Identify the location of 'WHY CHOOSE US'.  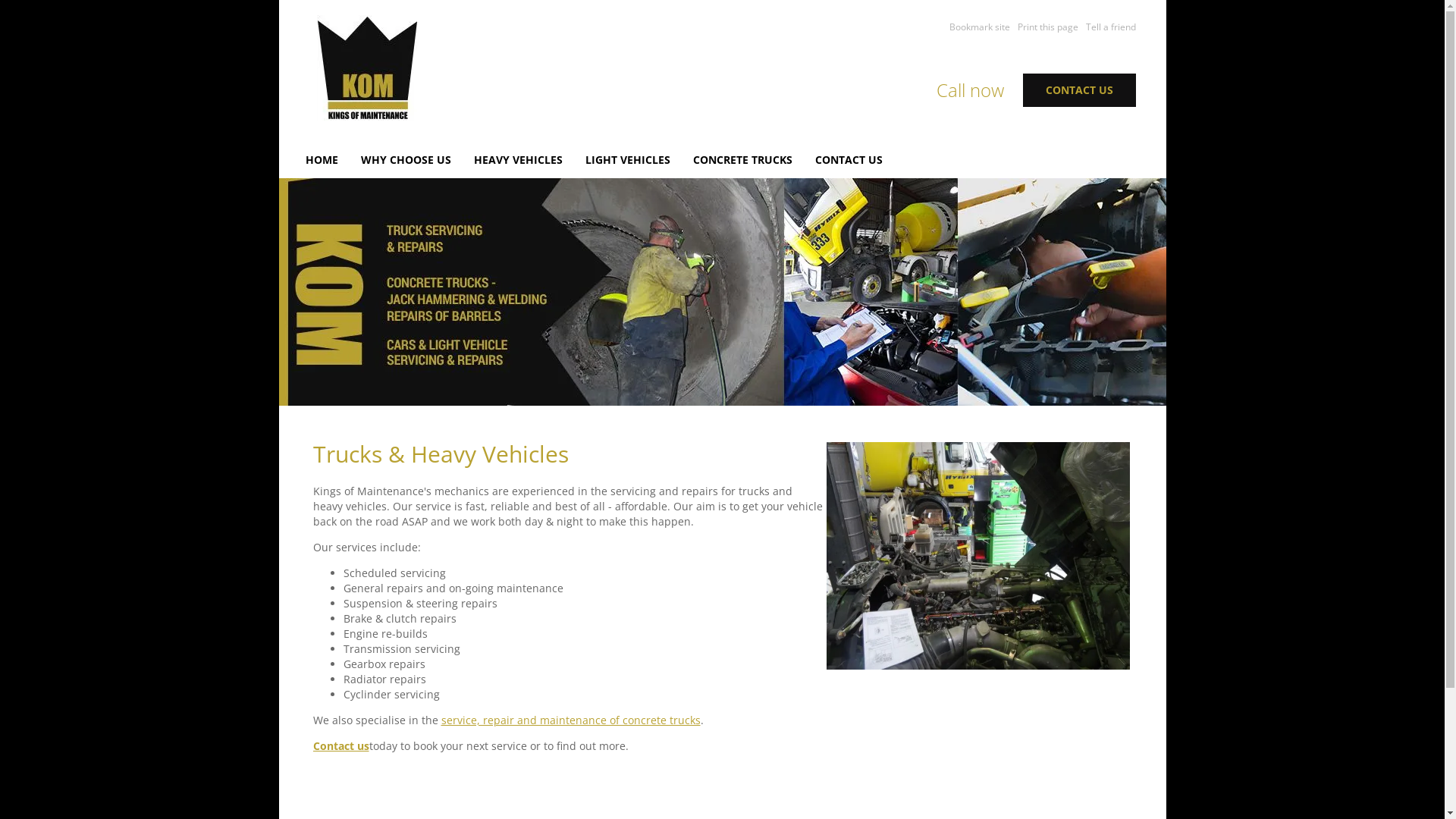
(406, 158).